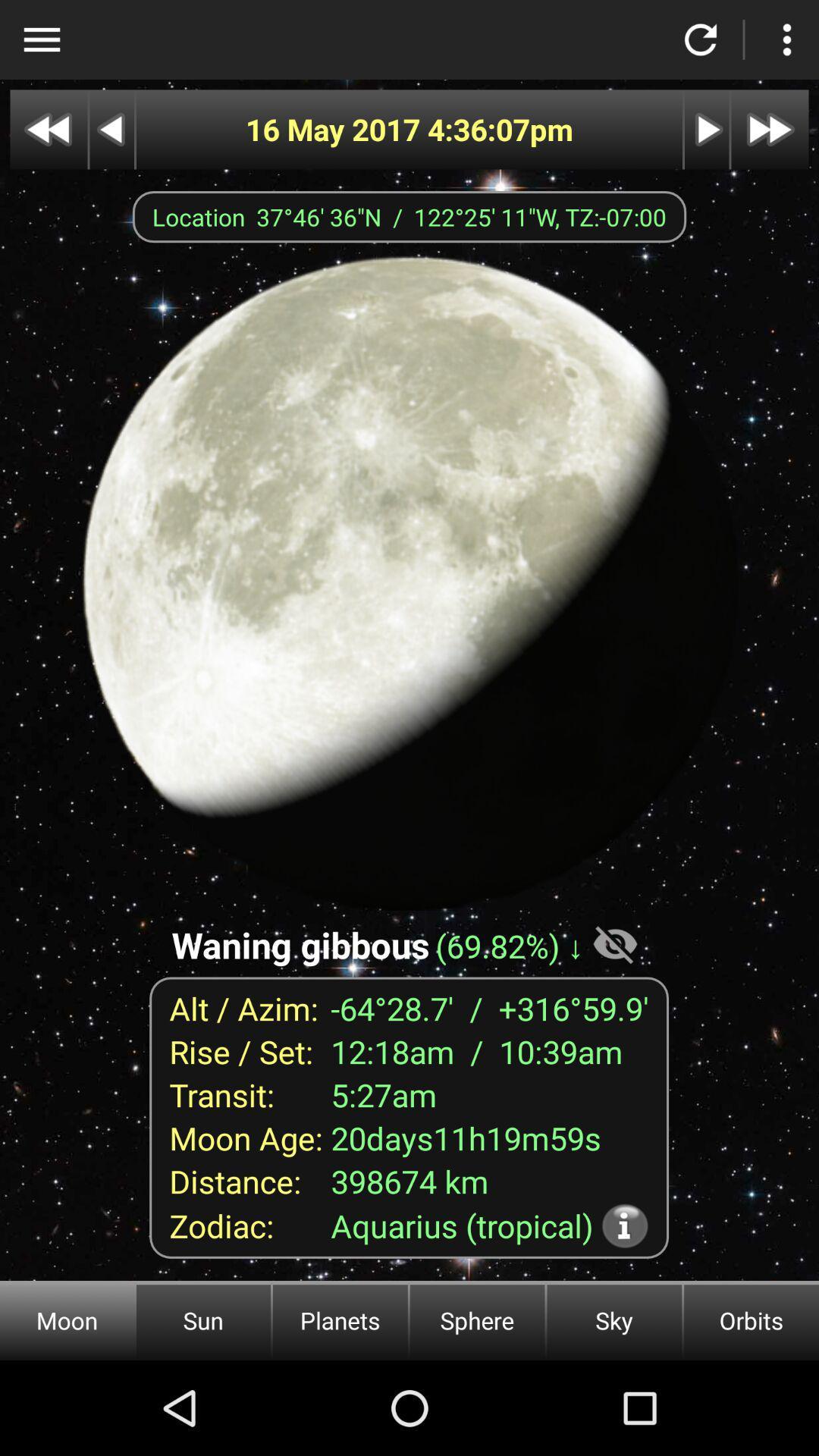  I want to click on go back, so click(48, 130).